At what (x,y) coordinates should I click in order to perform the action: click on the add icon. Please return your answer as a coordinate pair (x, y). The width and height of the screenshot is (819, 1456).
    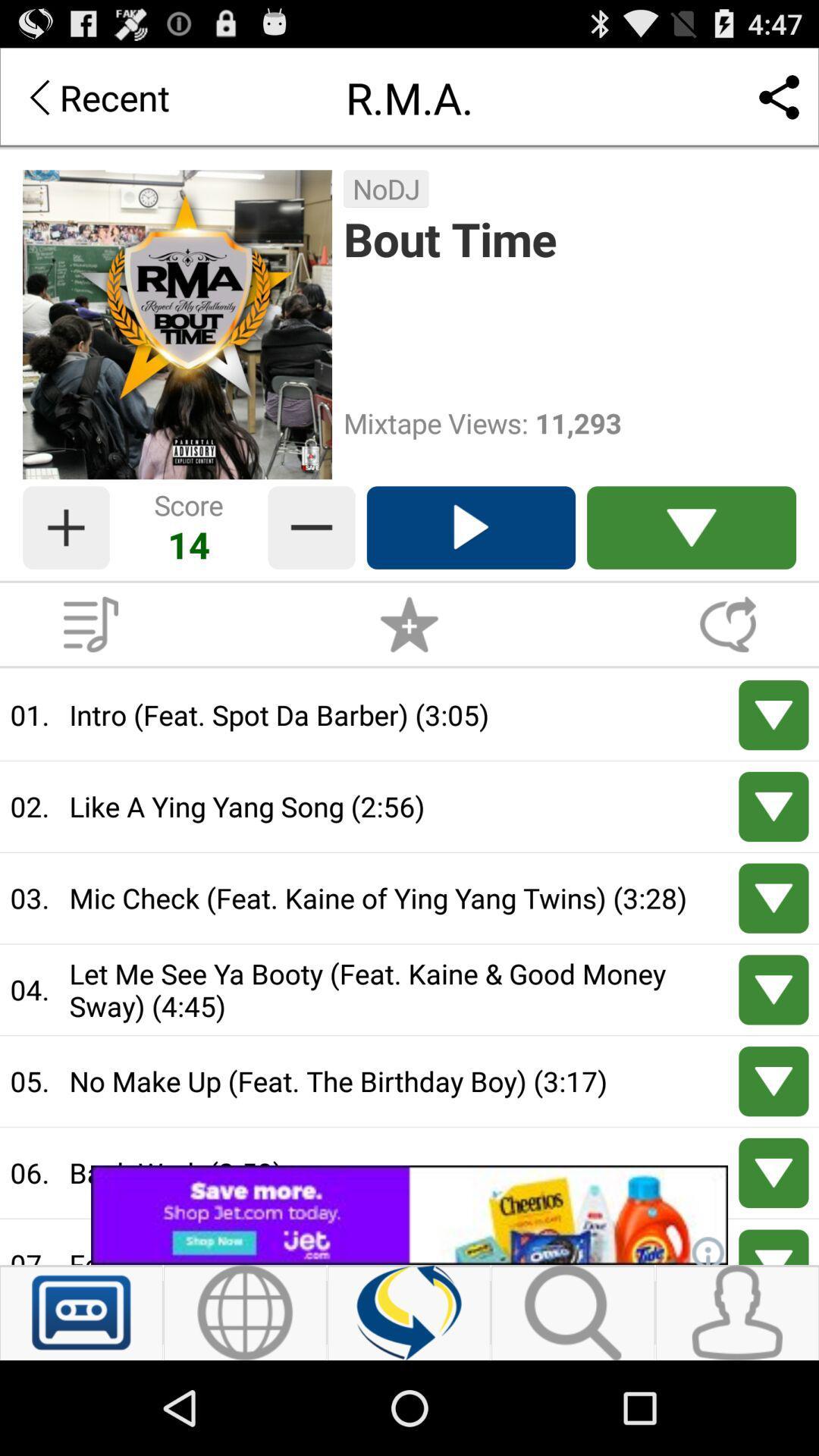
    Looking at the image, I should click on (65, 563).